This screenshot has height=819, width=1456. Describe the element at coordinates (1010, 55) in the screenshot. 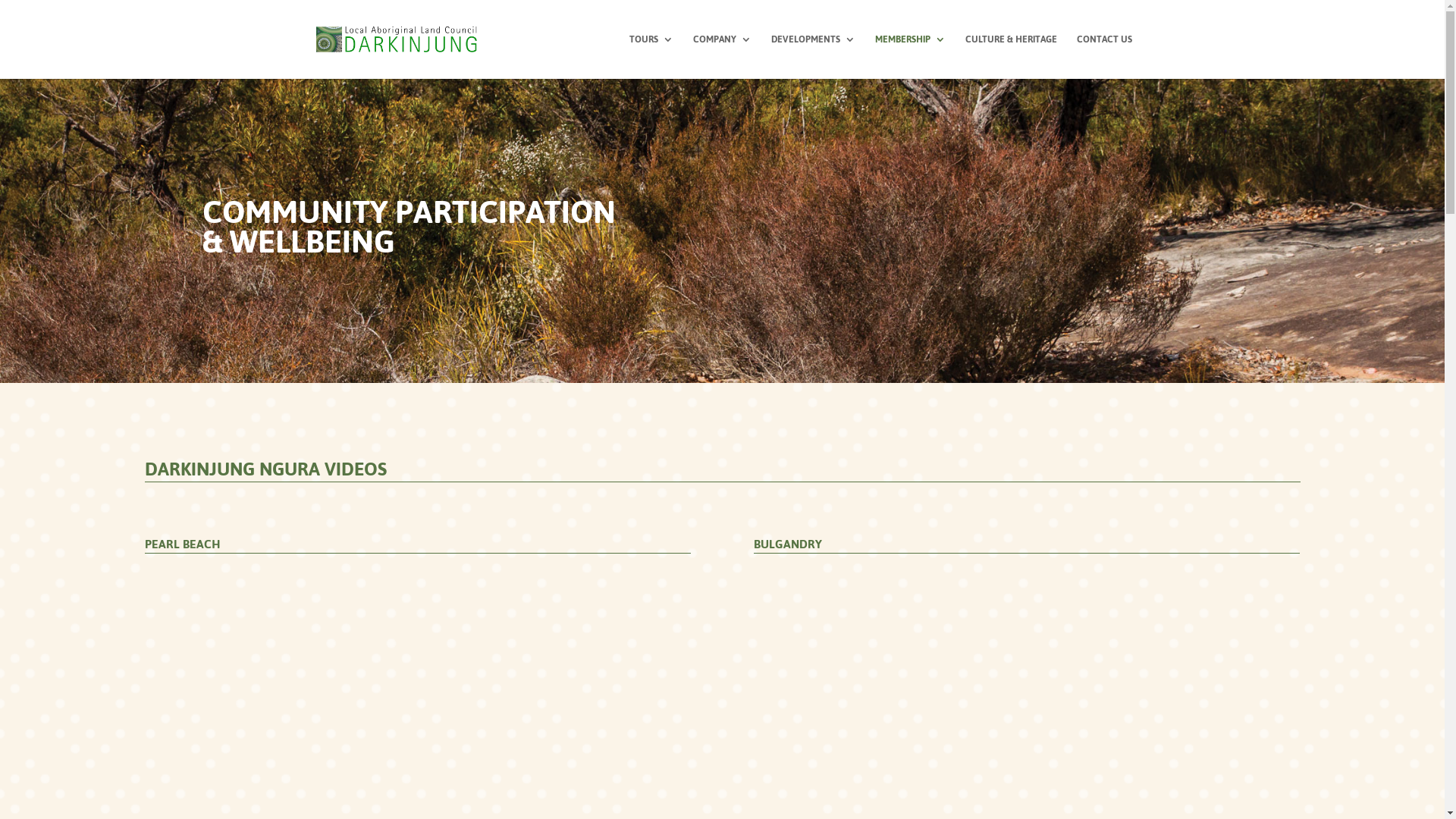

I see `'CULTURE & HERITAGE'` at that location.